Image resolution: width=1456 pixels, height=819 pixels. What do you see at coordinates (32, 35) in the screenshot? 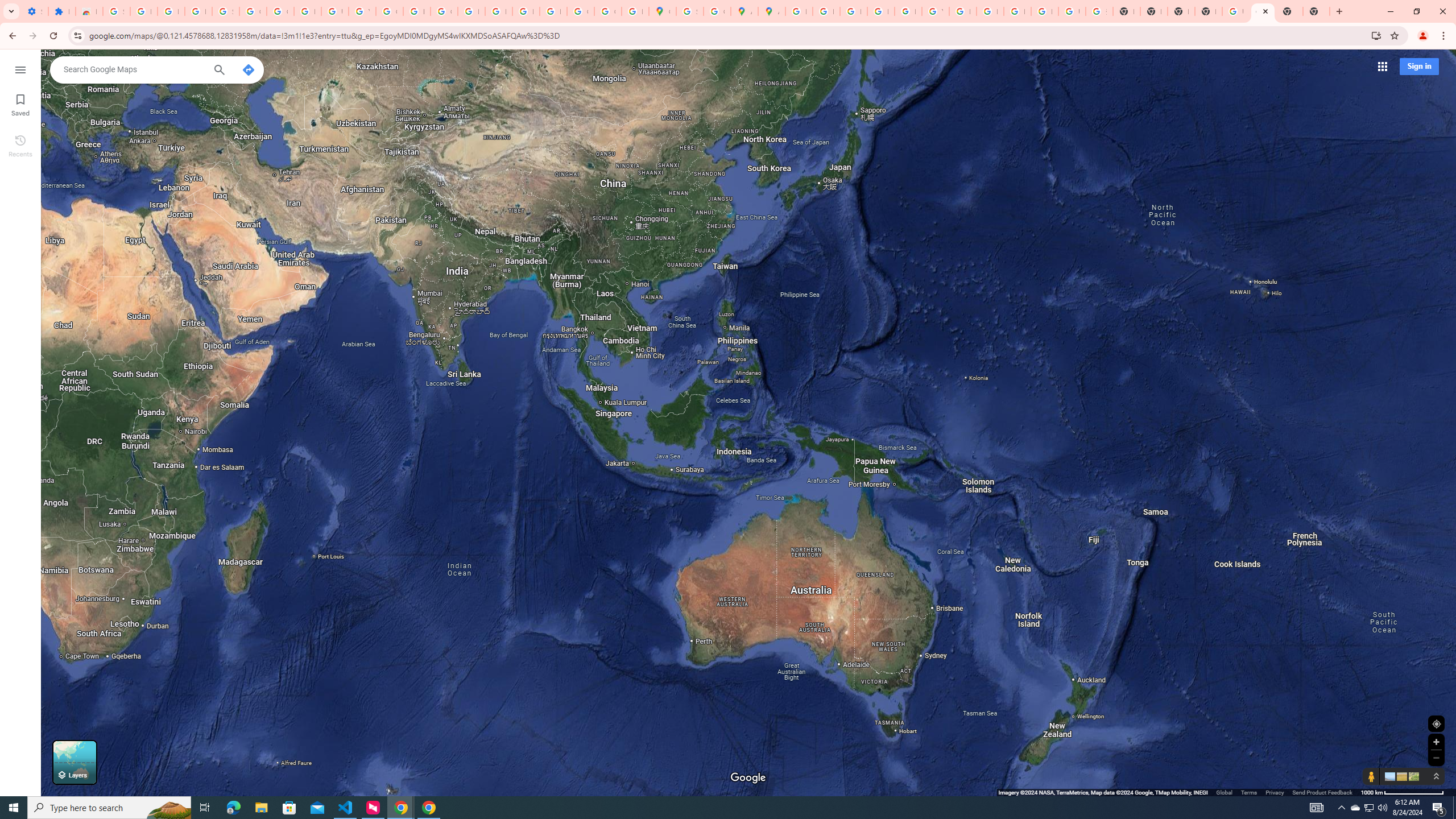
I see `'Forward'` at bounding box center [32, 35].